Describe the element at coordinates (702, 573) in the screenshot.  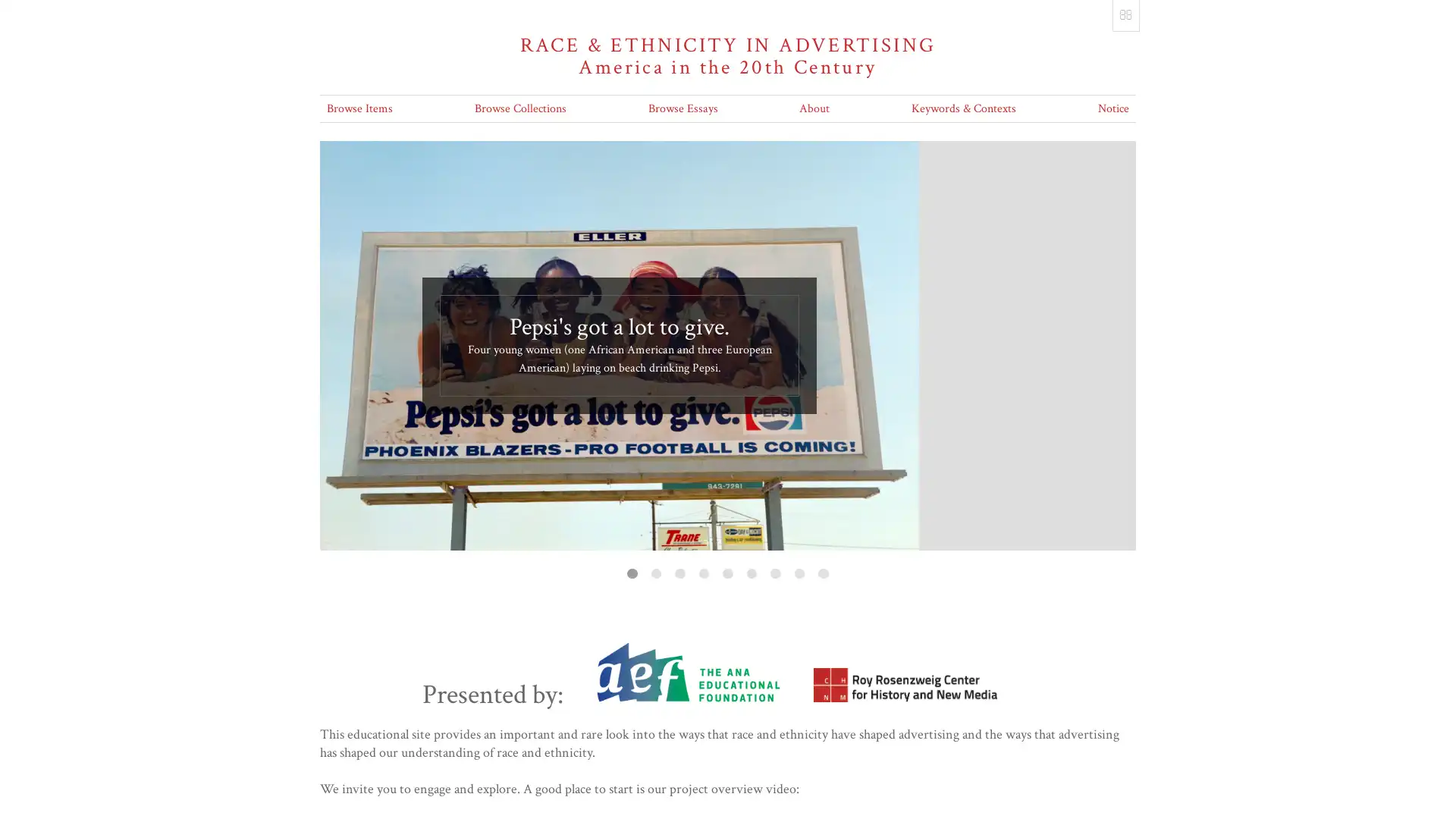
I see `4` at that location.